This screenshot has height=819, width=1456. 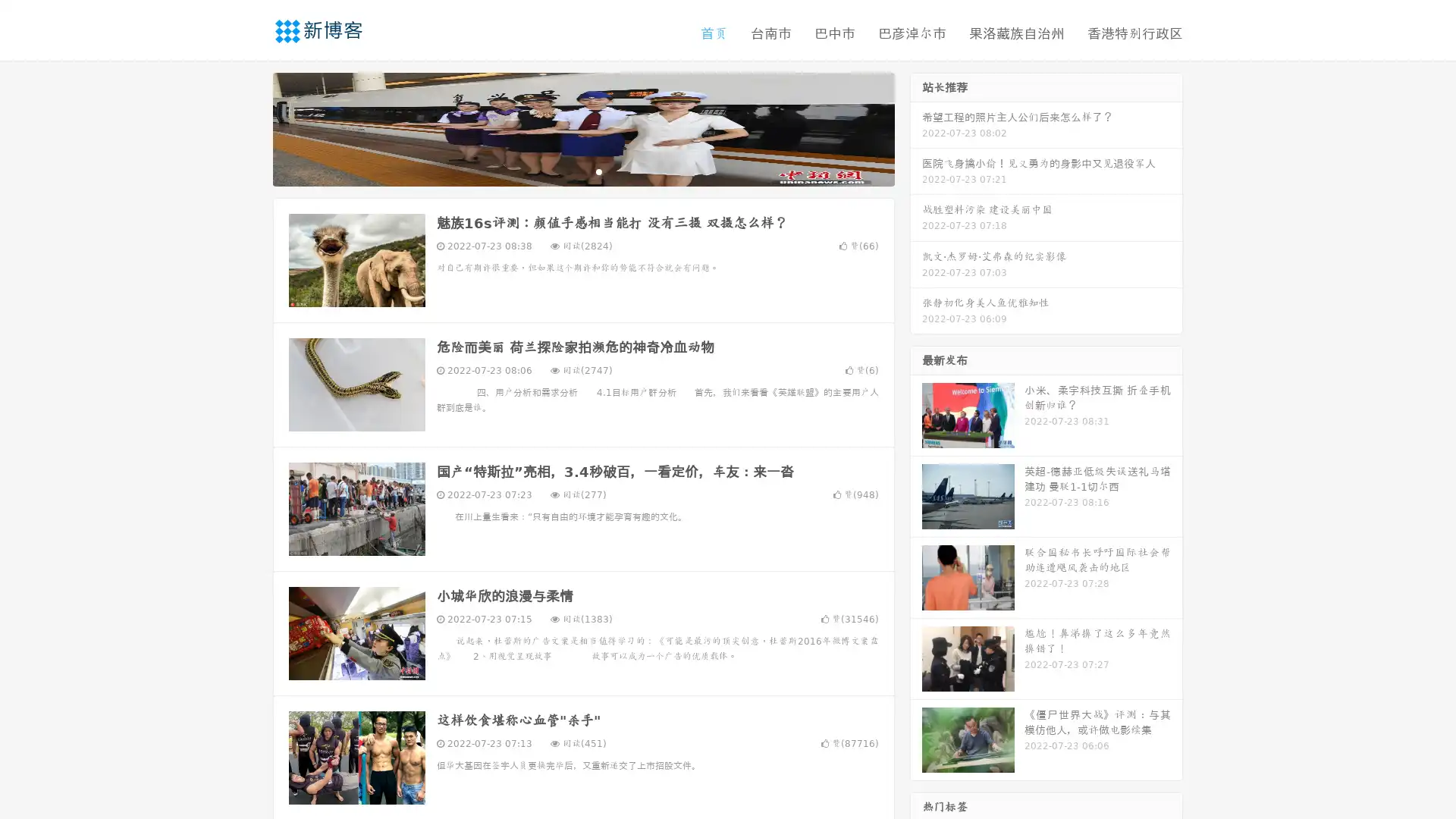 I want to click on Previous slide, so click(x=250, y=127).